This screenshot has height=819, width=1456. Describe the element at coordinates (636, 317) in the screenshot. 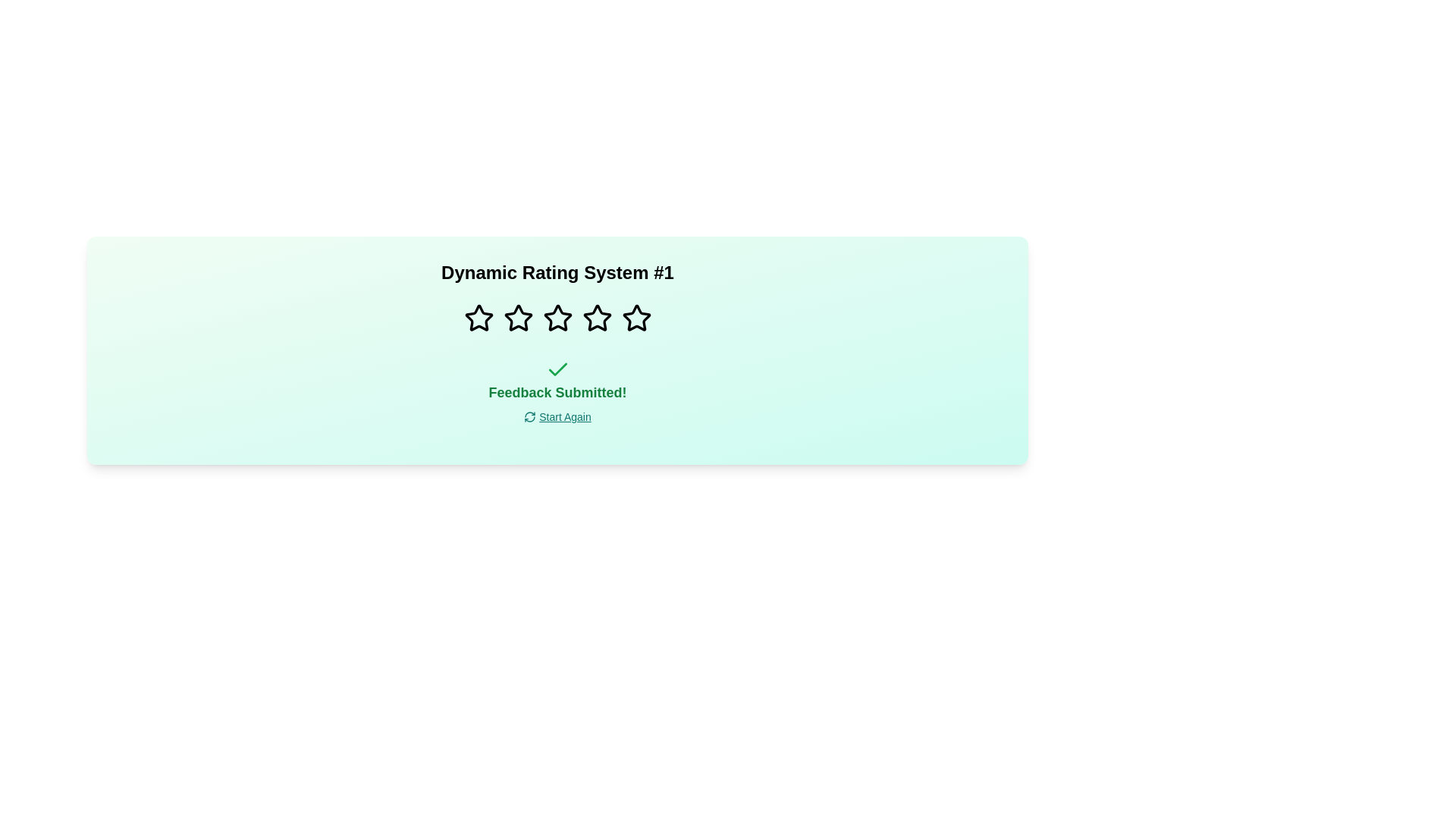

I see `the fifth star icon in the rating system, which is located beneath the title 'Dynamic Rating System #1' and above the text 'Feedback Submitted!'` at that location.